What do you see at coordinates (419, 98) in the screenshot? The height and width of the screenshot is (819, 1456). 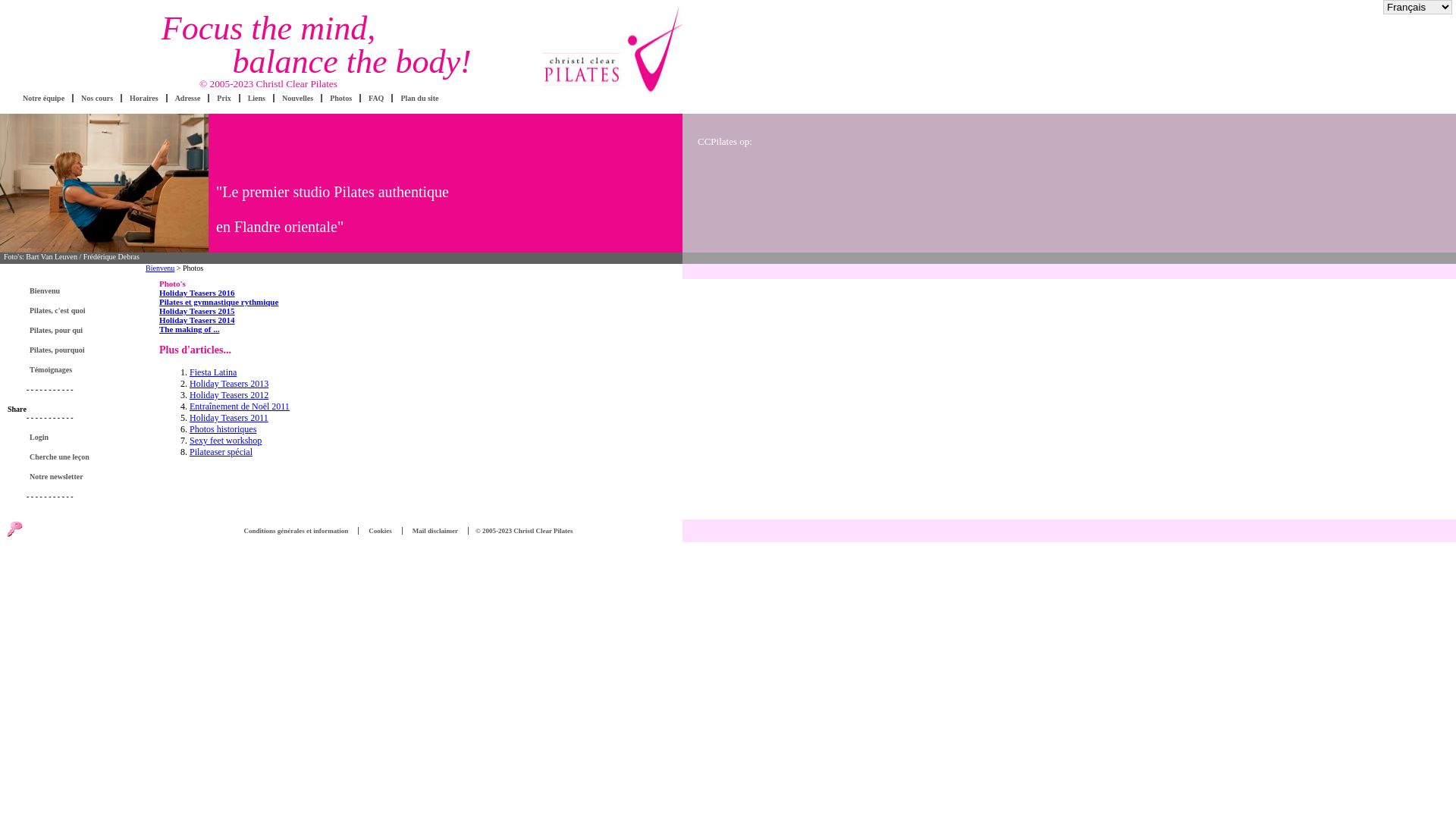 I see `'Plan du site'` at bounding box center [419, 98].